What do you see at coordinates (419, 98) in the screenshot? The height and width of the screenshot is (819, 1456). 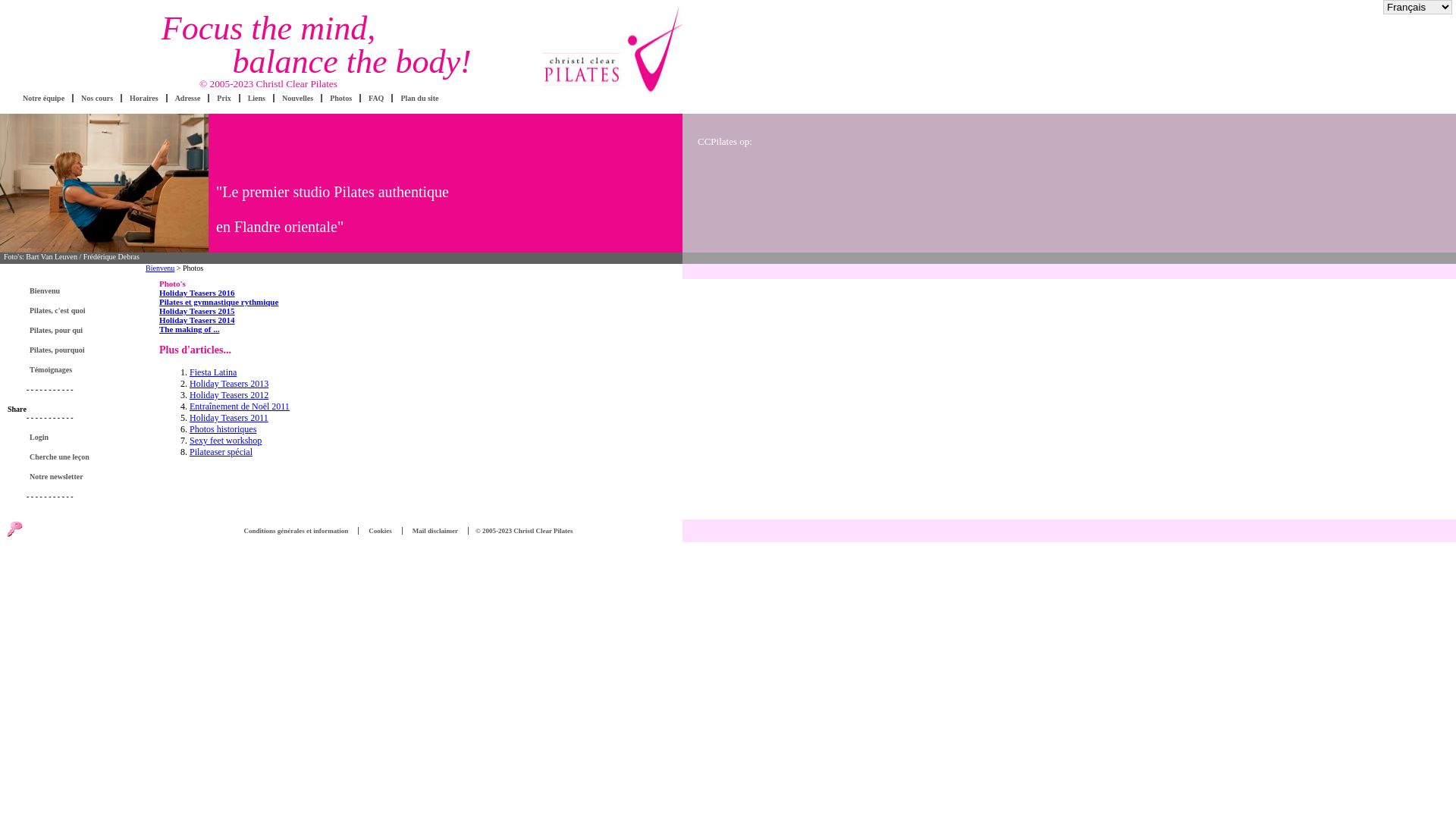 I see `'Plan du site'` at bounding box center [419, 98].